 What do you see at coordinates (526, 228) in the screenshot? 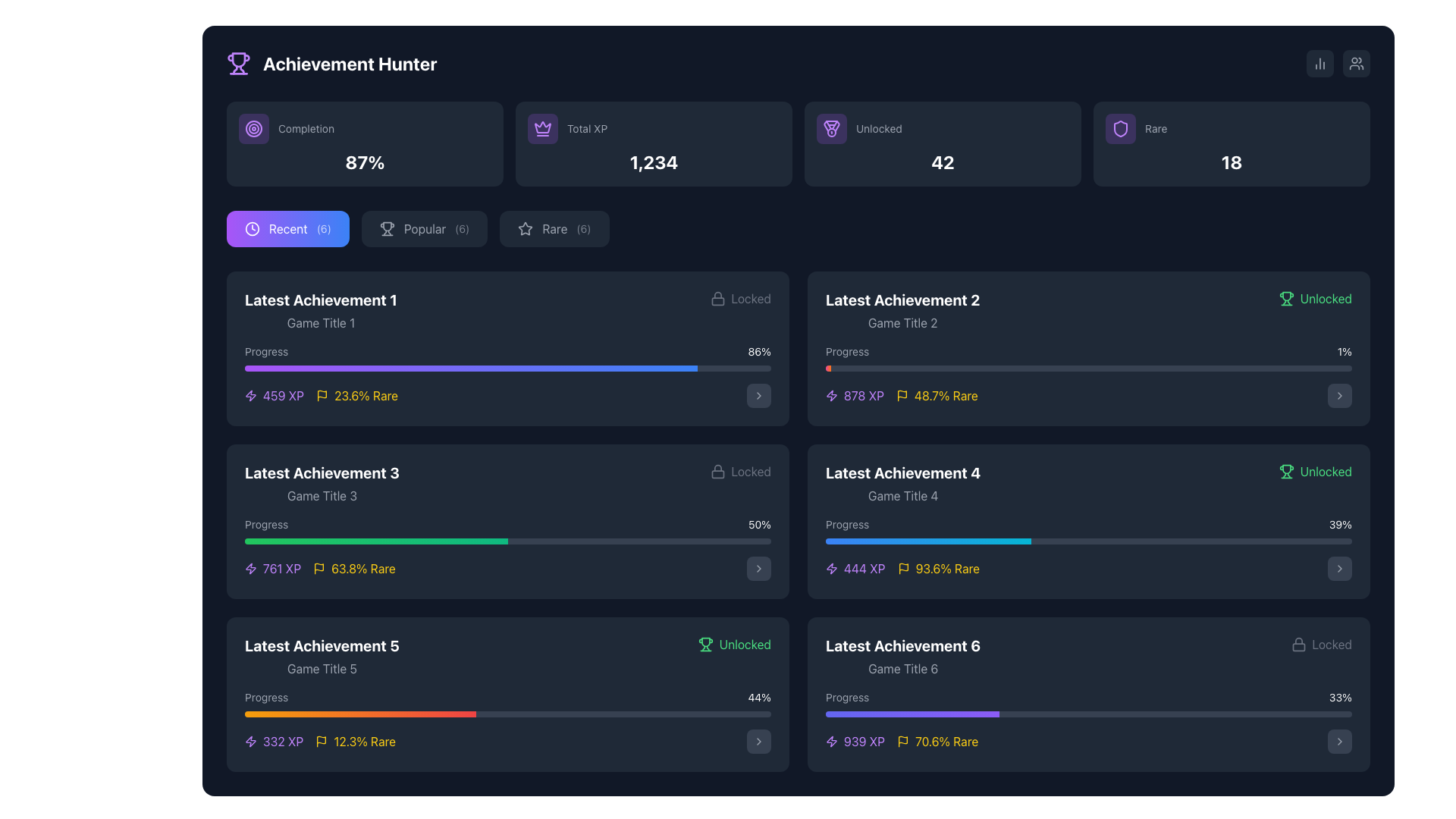
I see `the star icon located in the 'Rare' button of the navigation bar, which is outlined in light gray and has a hollow center` at bounding box center [526, 228].